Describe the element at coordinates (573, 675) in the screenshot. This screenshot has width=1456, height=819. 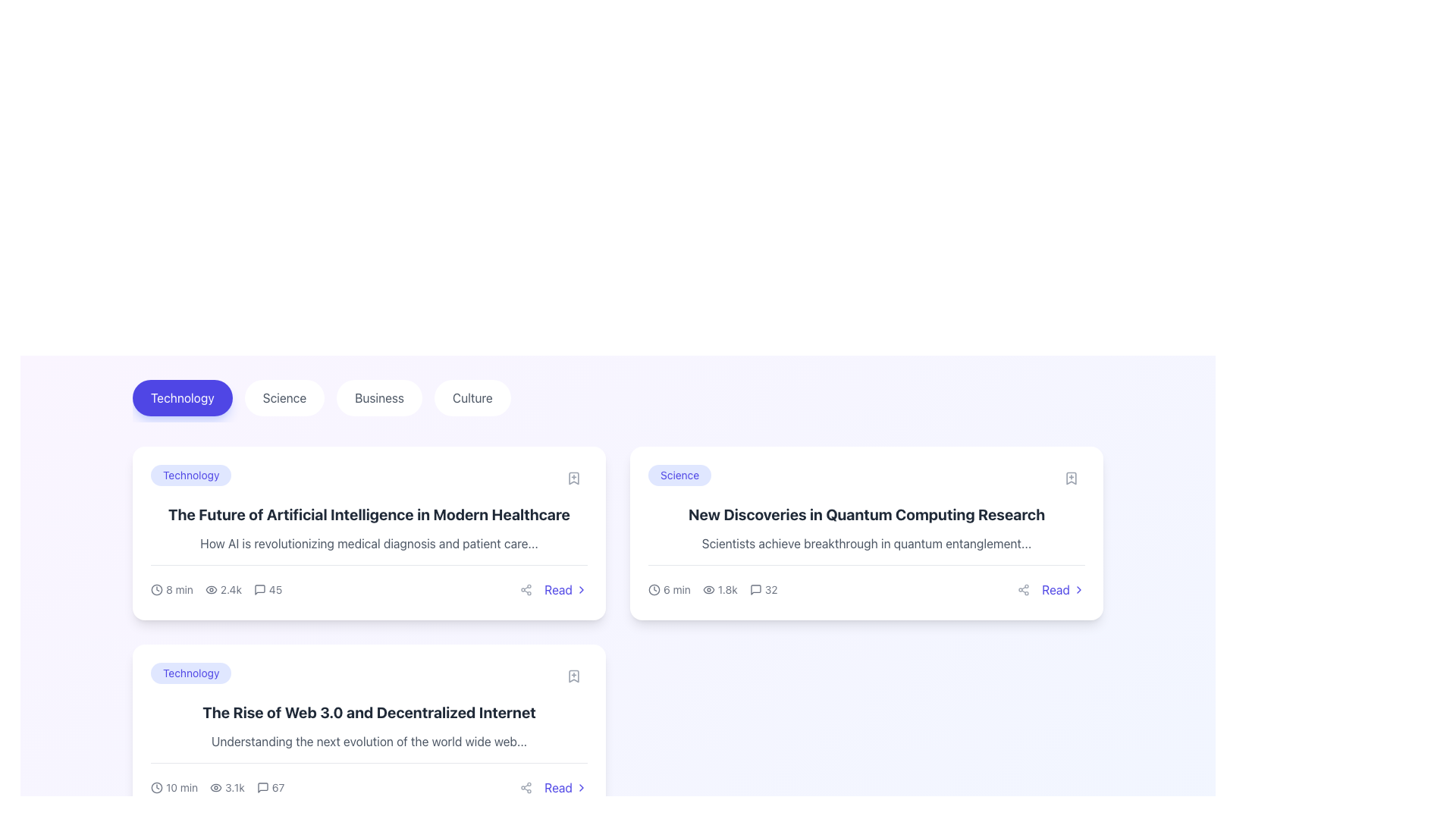
I see `the bookmark icon button with a '+' symbol located at the top-right corner of the article card titled 'The Rise of Web 3.0 and Decentralized Internet' to bookmark or save the article` at that location.